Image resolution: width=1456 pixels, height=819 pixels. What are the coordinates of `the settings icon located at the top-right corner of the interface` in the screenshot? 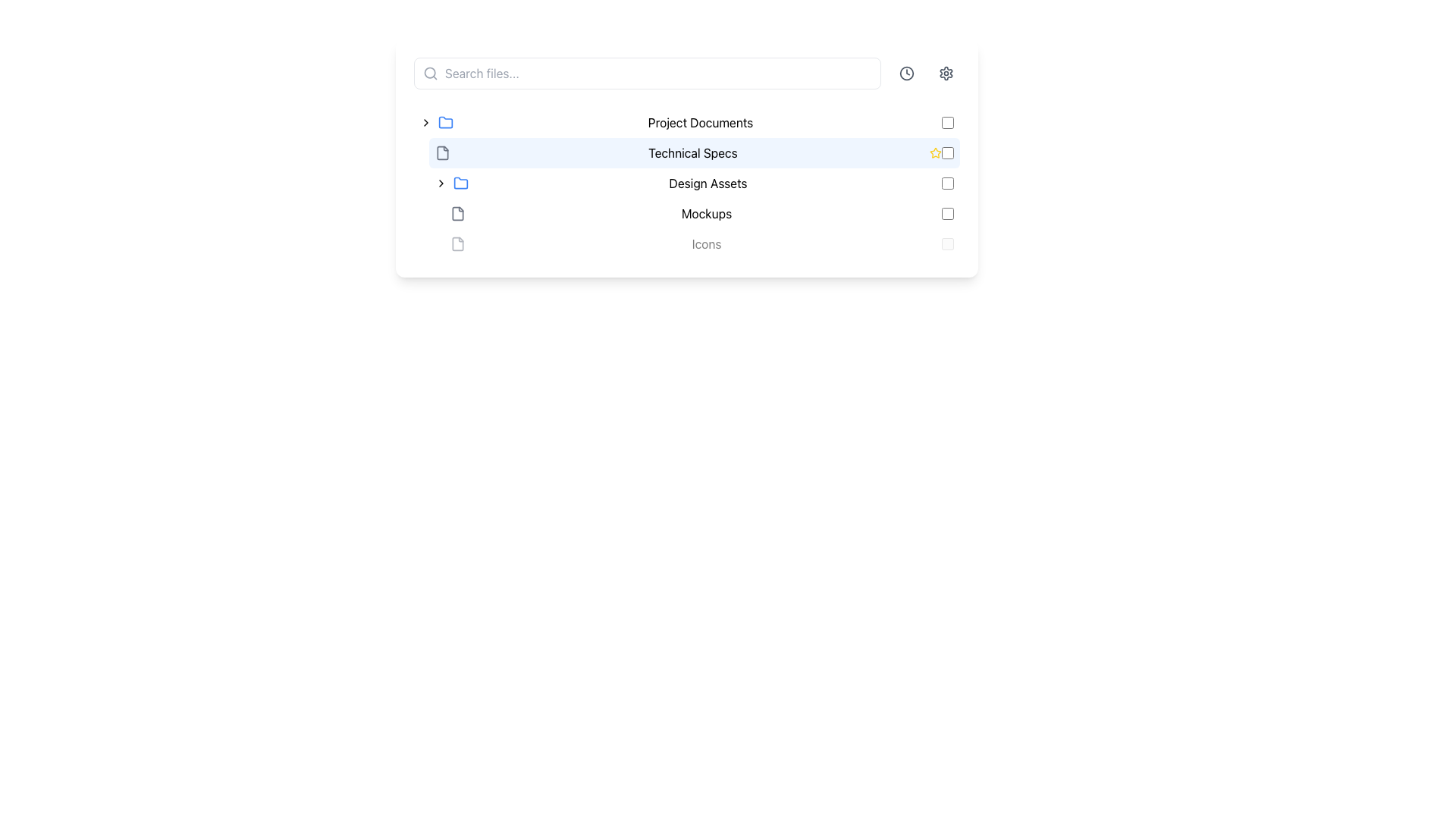 It's located at (946, 73).